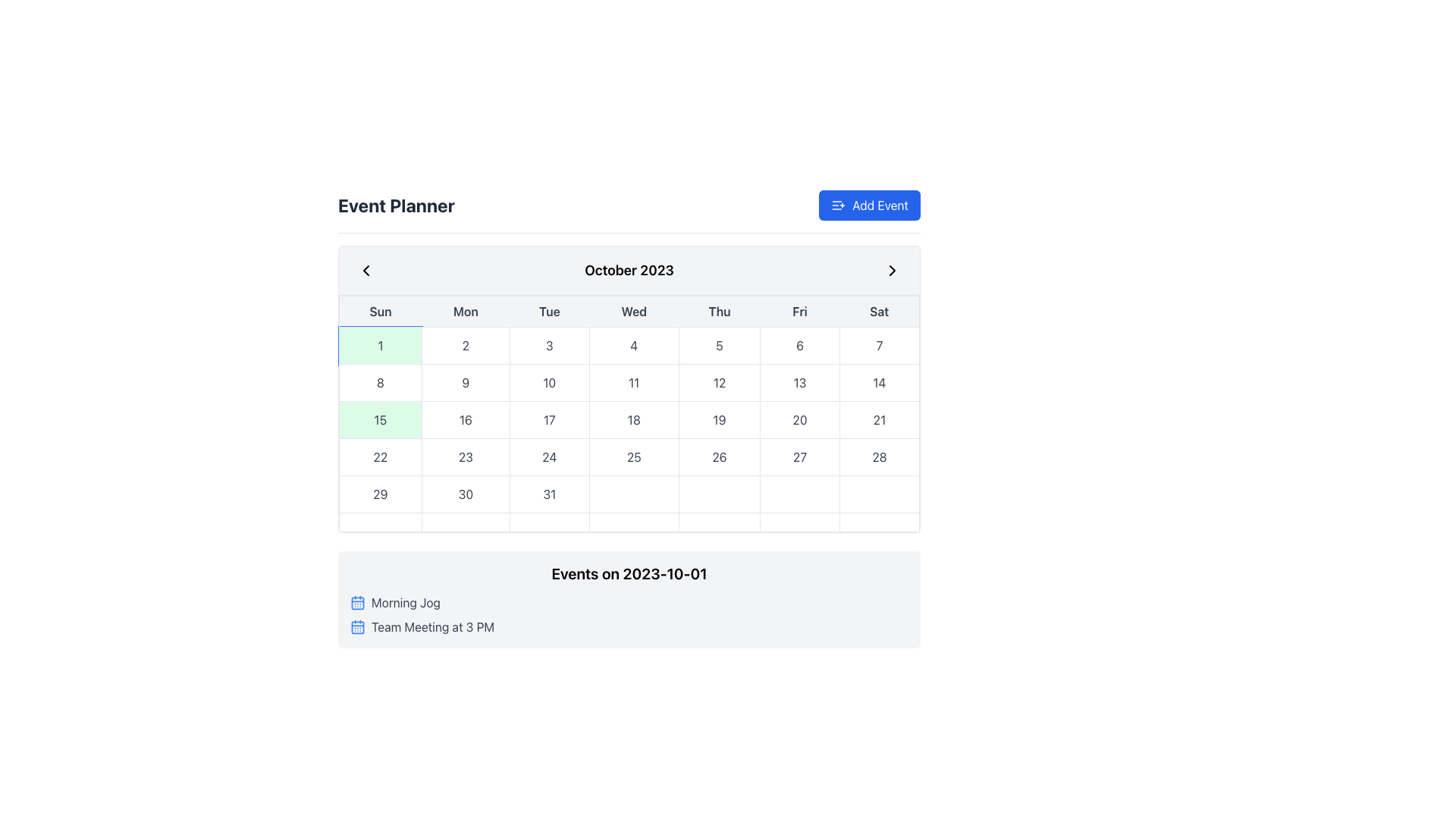  Describe the element at coordinates (406, 601) in the screenshot. I see `the text label 'Morning Jog' which is styled in gray and associated with a calendar icon, located in the event list below the monthly calendar view` at that location.